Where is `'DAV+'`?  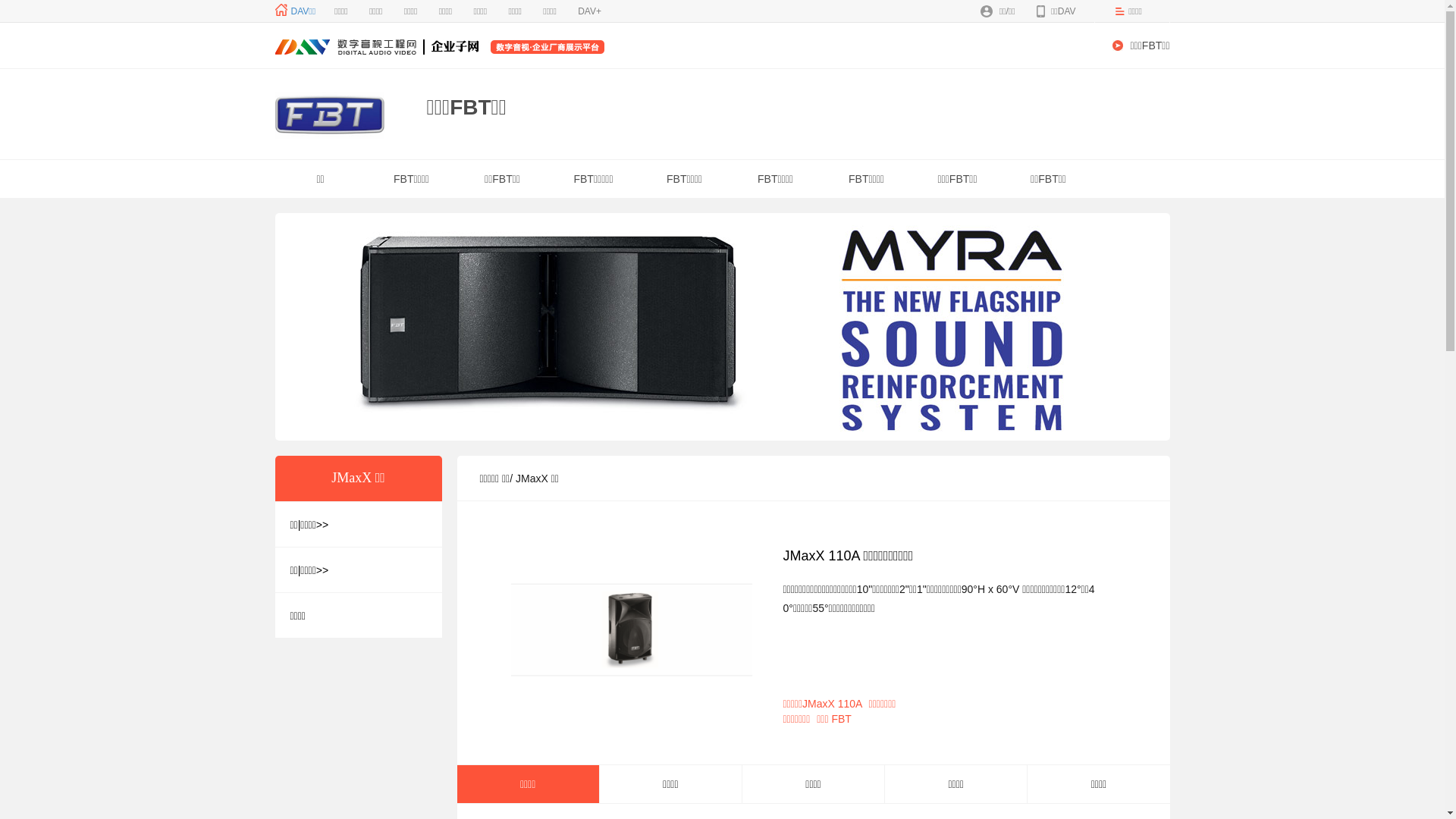 'DAV+' is located at coordinates (588, 11).